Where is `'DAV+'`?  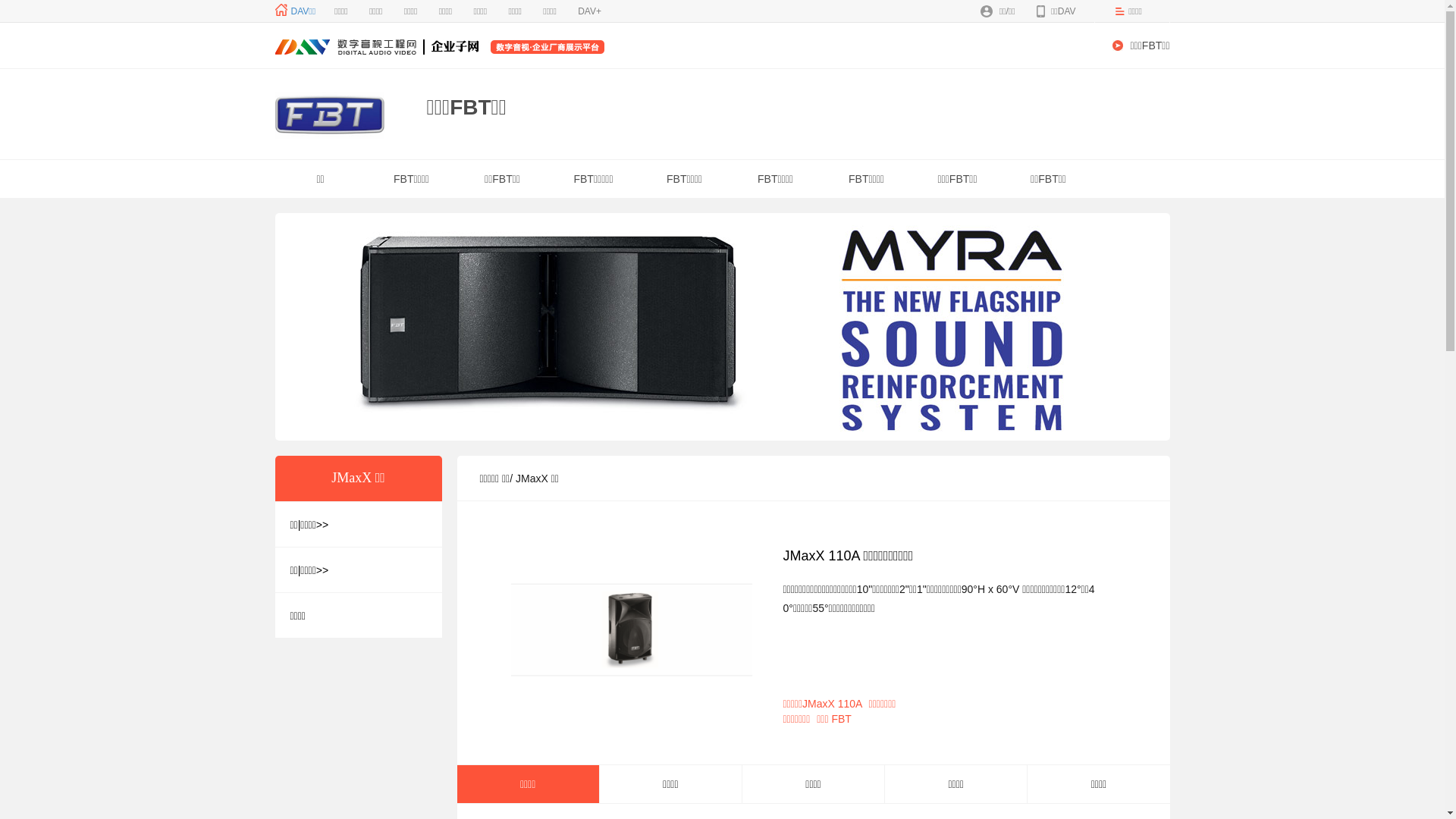 'DAV+' is located at coordinates (588, 11).